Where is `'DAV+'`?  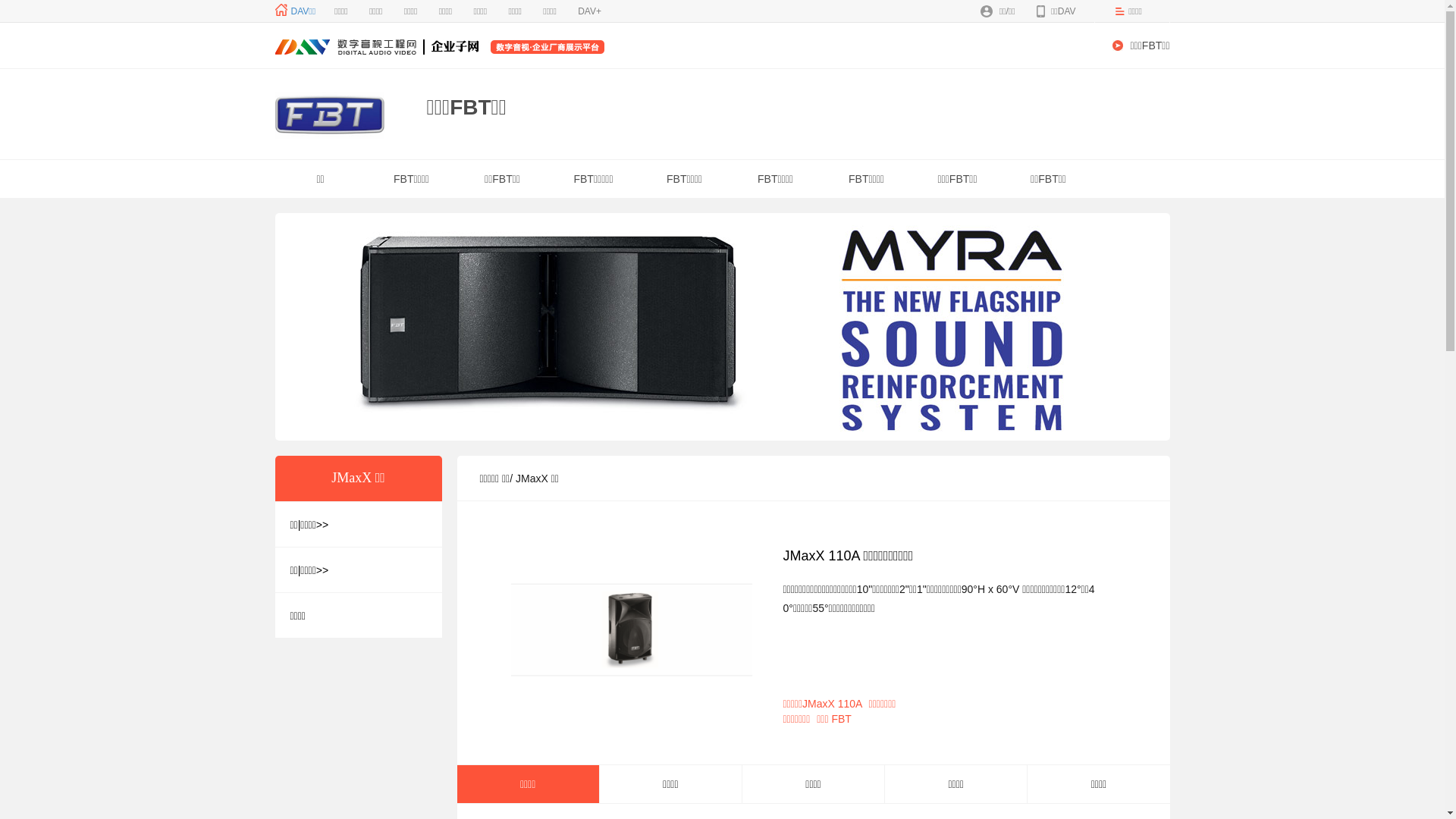 'DAV+' is located at coordinates (588, 11).